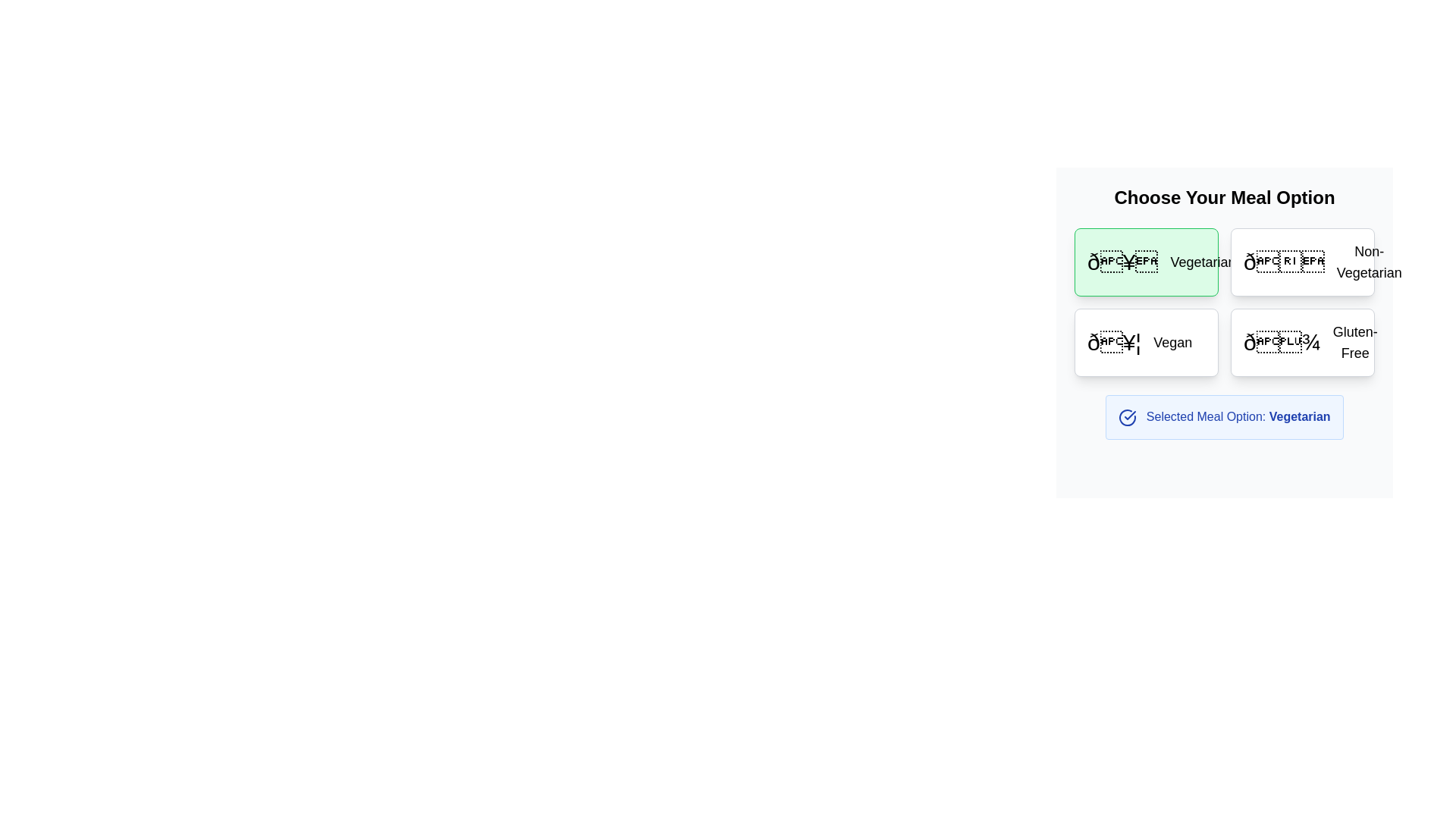  What do you see at coordinates (1283, 262) in the screenshot?
I see `label associated with the 'Non-Vegetarian' meal option icon to confirm the meal option` at bounding box center [1283, 262].